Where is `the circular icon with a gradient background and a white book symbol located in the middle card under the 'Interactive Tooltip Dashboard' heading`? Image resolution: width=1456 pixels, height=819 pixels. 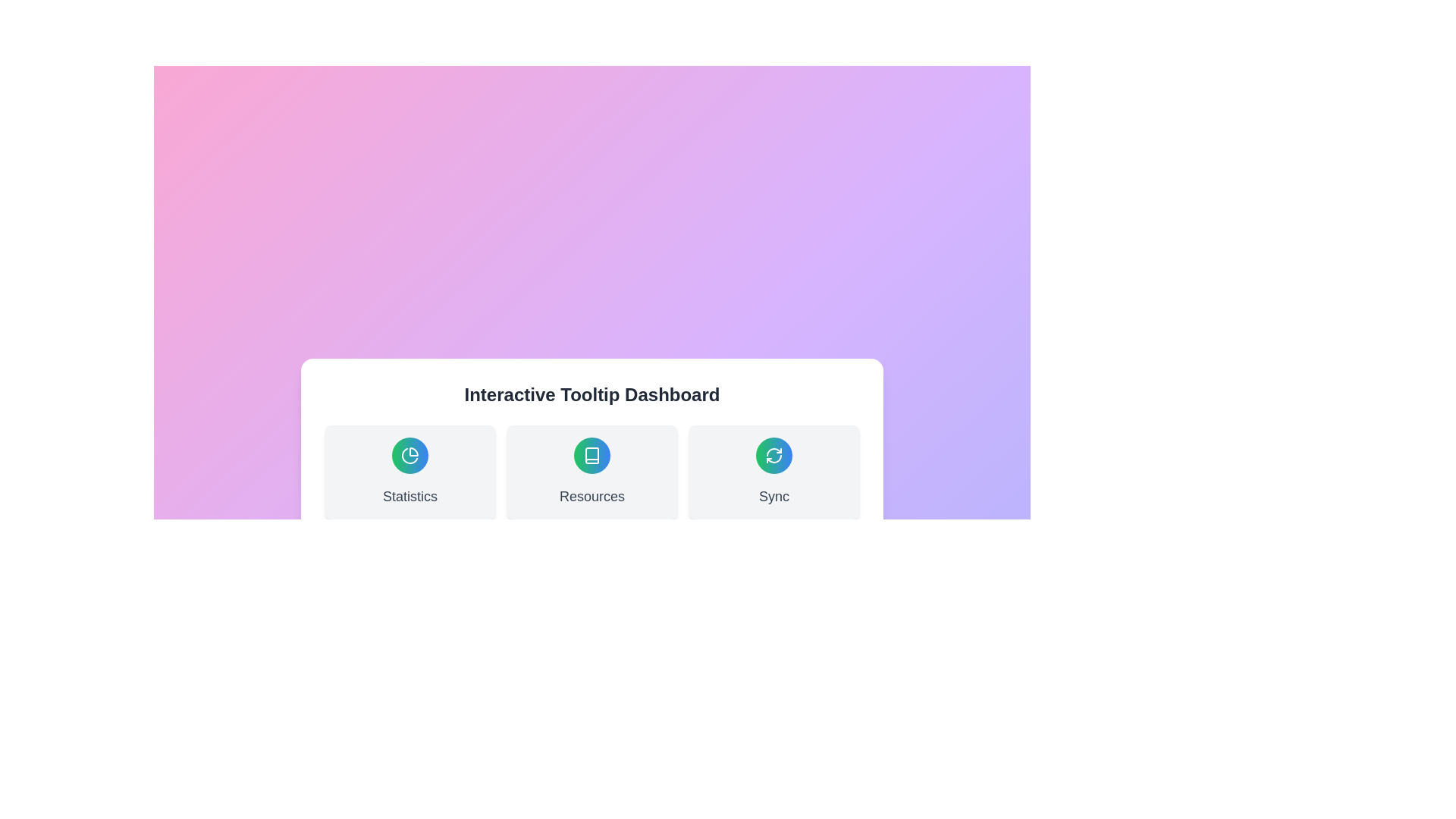 the circular icon with a gradient background and a white book symbol located in the middle card under the 'Interactive Tooltip Dashboard' heading is located at coordinates (591, 455).